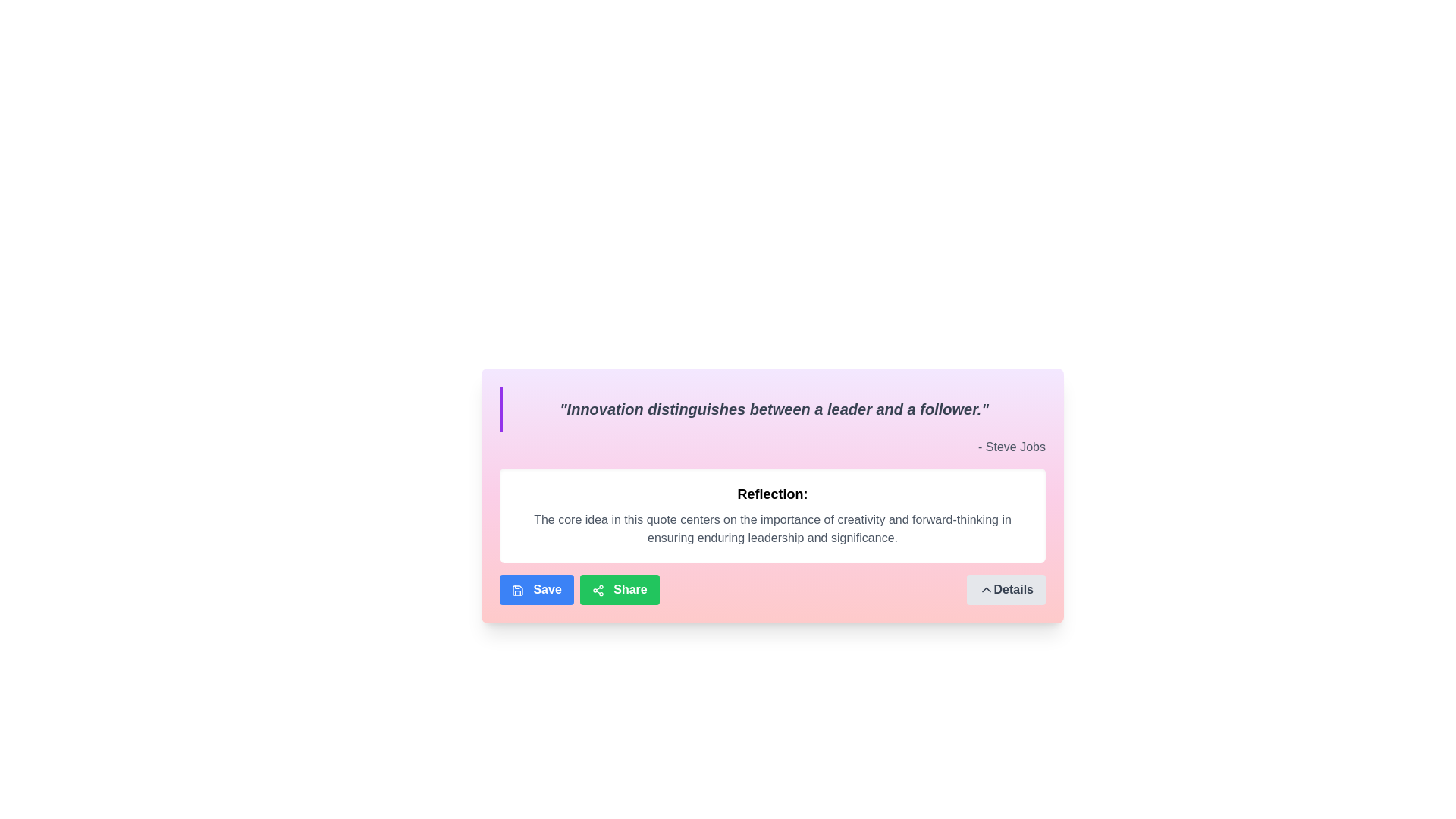 This screenshot has height=819, width=1456. I want to click on the floppy disk icon located at the bottom left corner of the card component, which is used to represent a save action, so click(517, 589).